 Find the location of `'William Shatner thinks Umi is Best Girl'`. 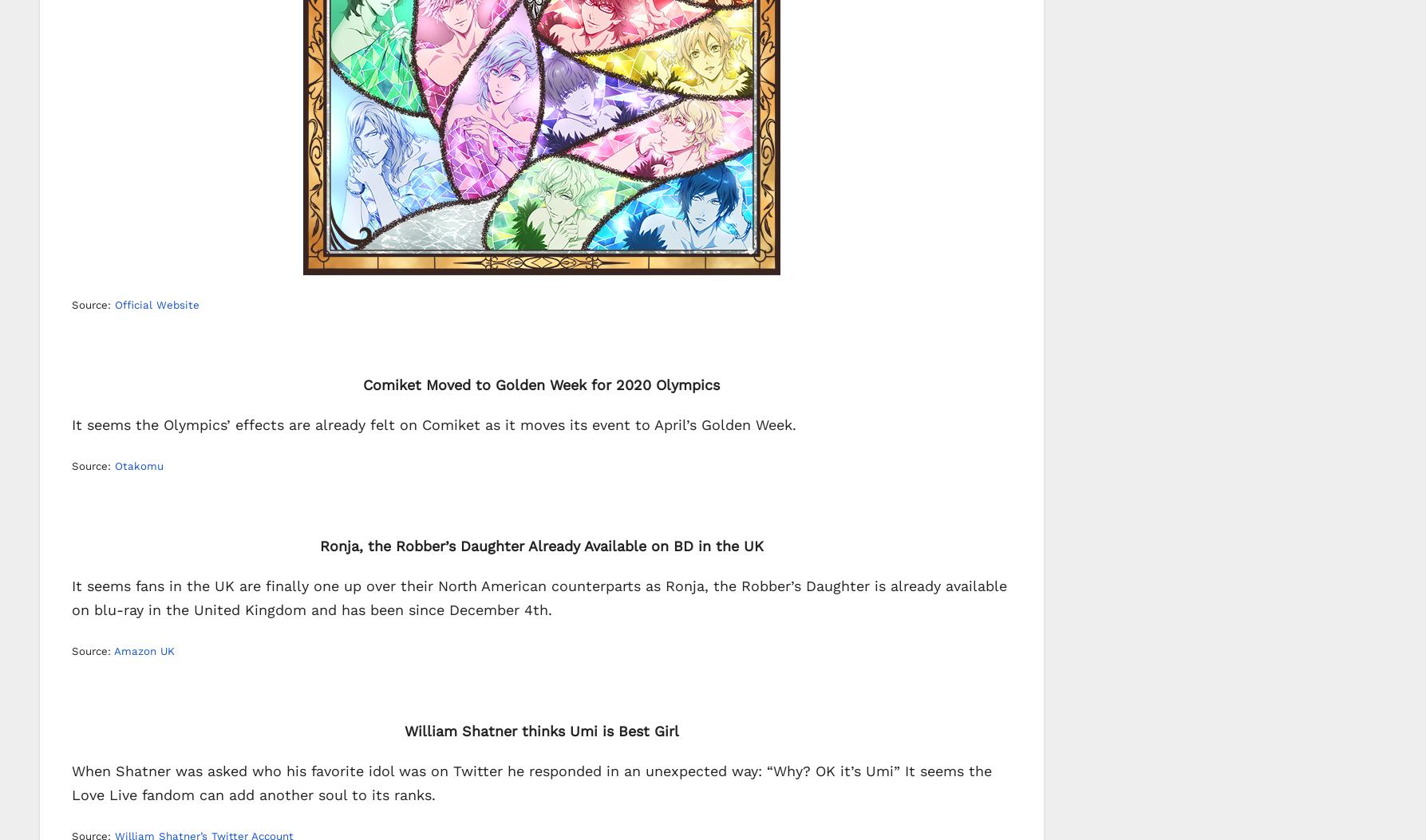

'William Shatner thinks Umi is Best Girl' is located at coordinates (539, 729).